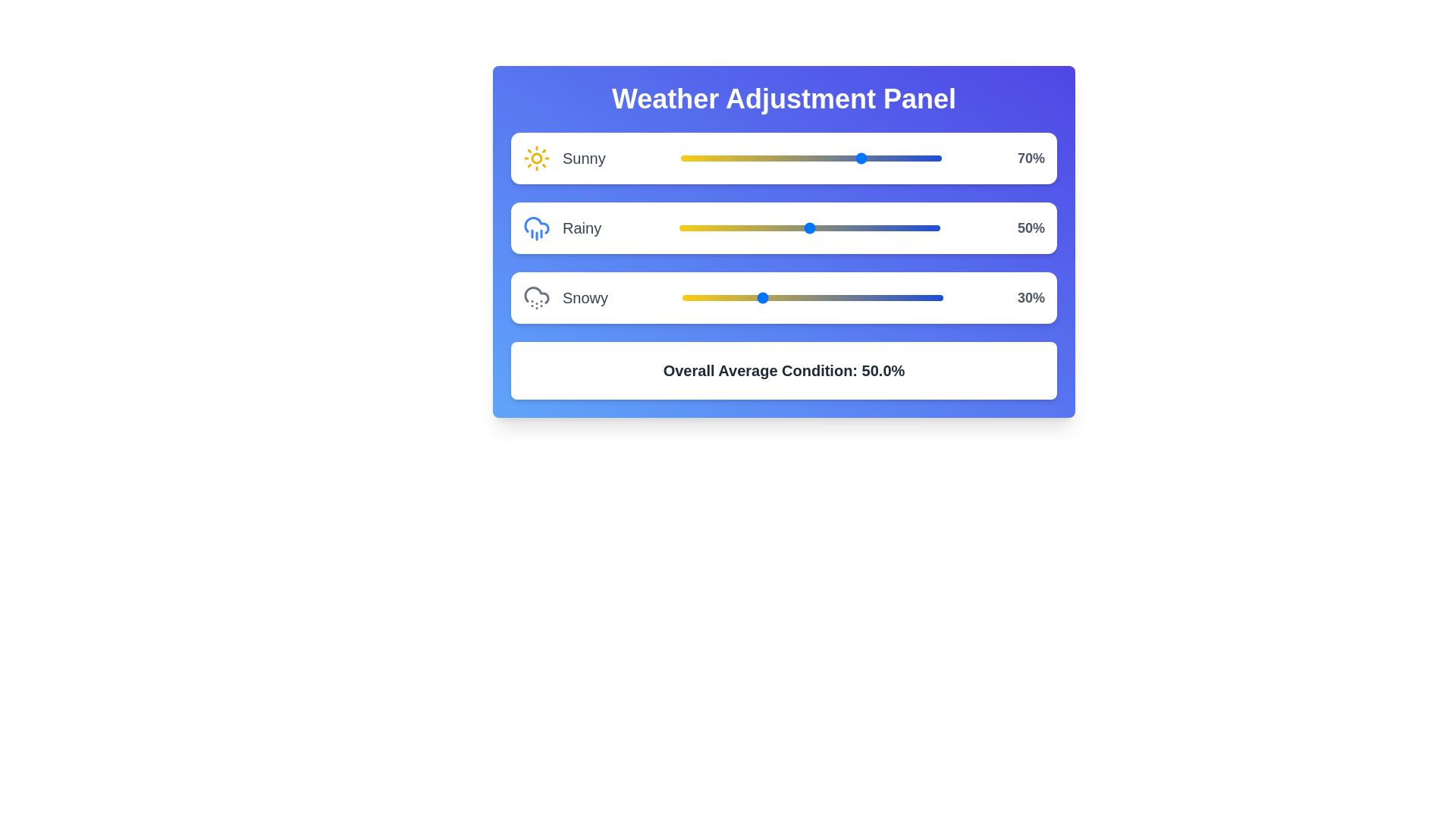 The image size is (1456, 819). What do you see at coordinates (906, 298) in the screenshot?
I see `the snowy condition percentage` at bounding box center [906, 298].